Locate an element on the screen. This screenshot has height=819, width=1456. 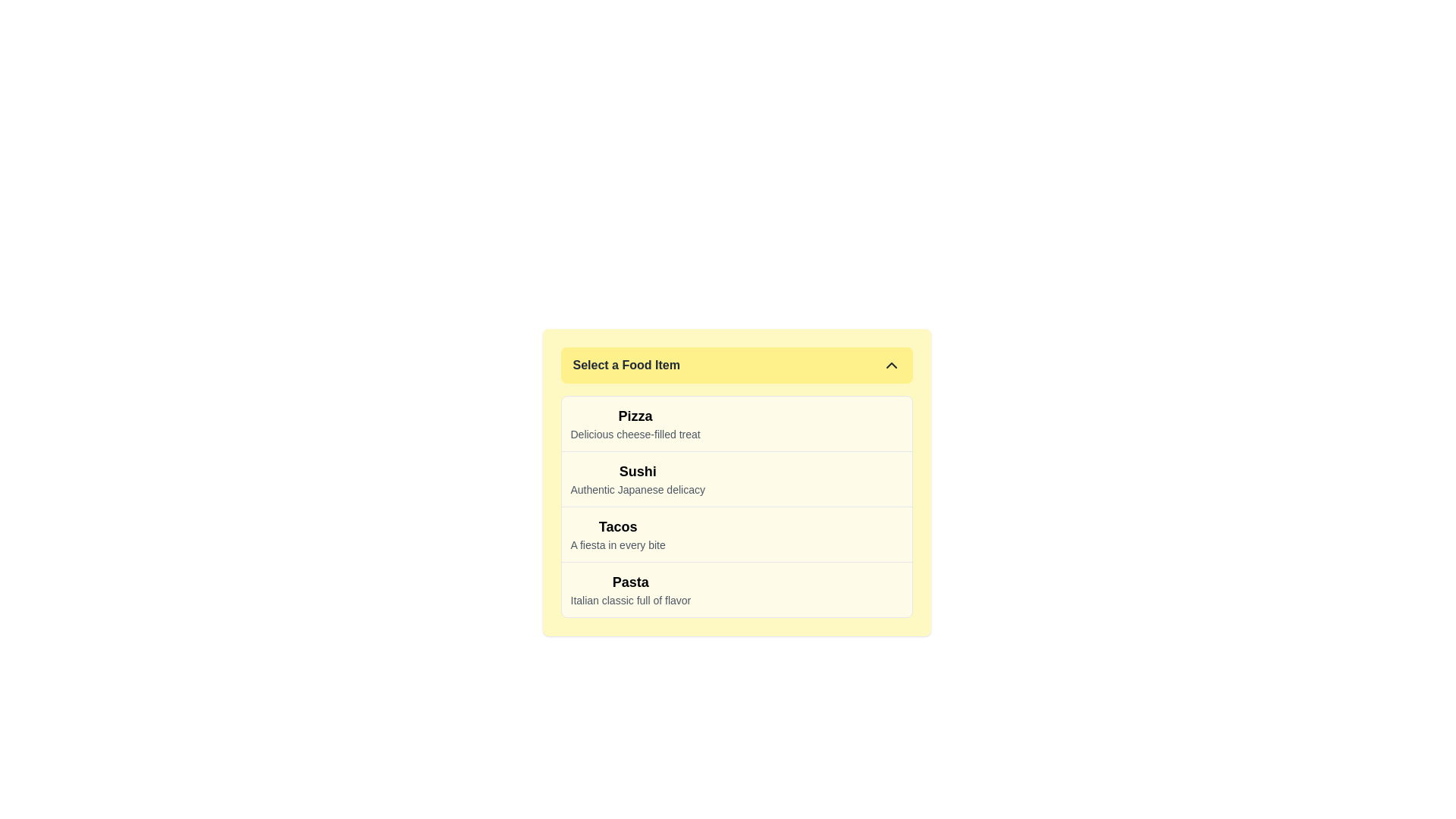
the Label that describes the food item 'Pasta' in the dropdown menu, which is positioned directly below 'Tacos' is located at coordinates (630, 589).